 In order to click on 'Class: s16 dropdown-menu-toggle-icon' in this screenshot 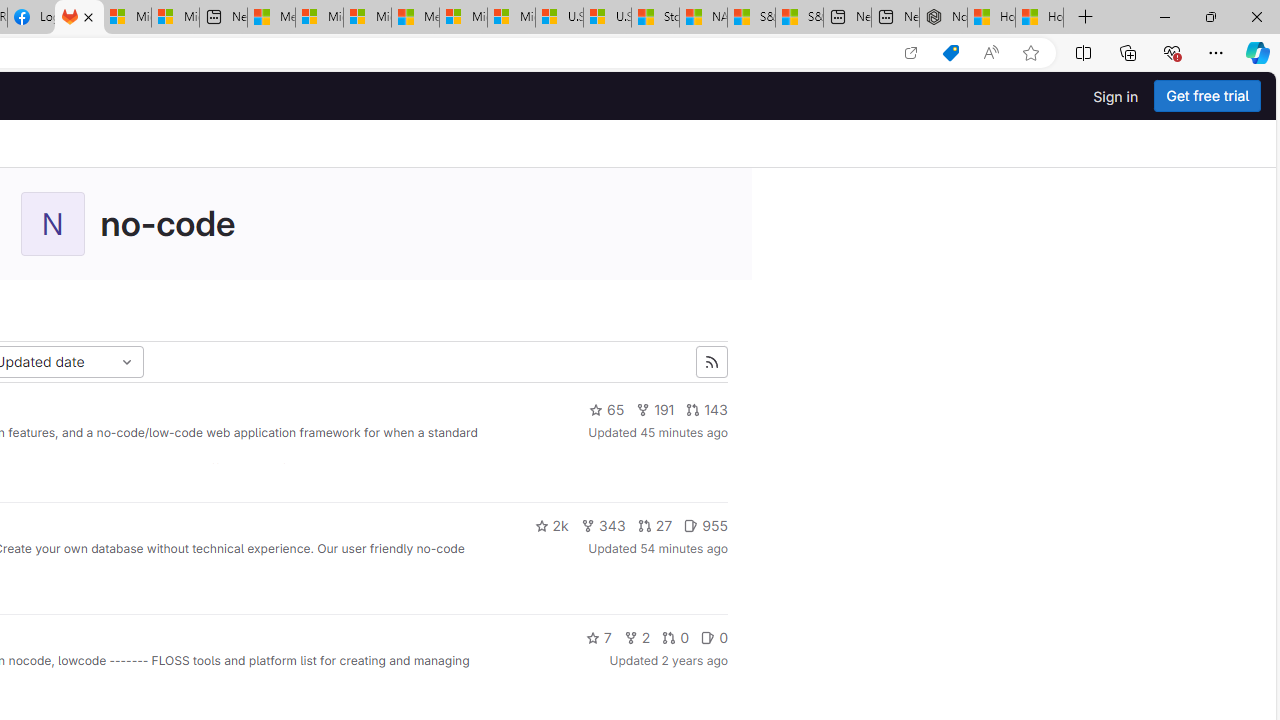, I will do `click(125, 362)`.